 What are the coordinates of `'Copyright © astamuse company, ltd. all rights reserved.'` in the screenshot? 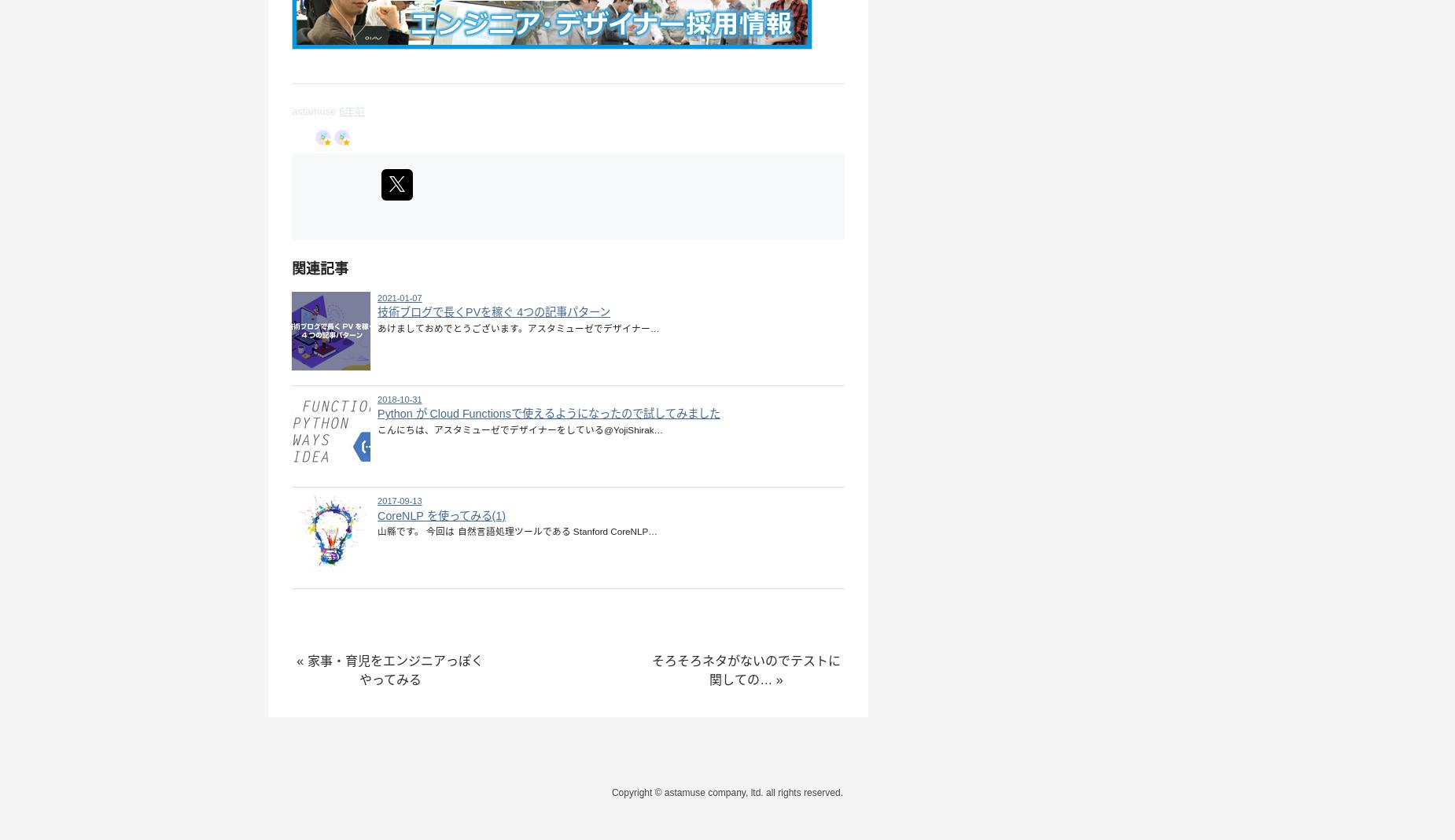 It's located at (727, 792).